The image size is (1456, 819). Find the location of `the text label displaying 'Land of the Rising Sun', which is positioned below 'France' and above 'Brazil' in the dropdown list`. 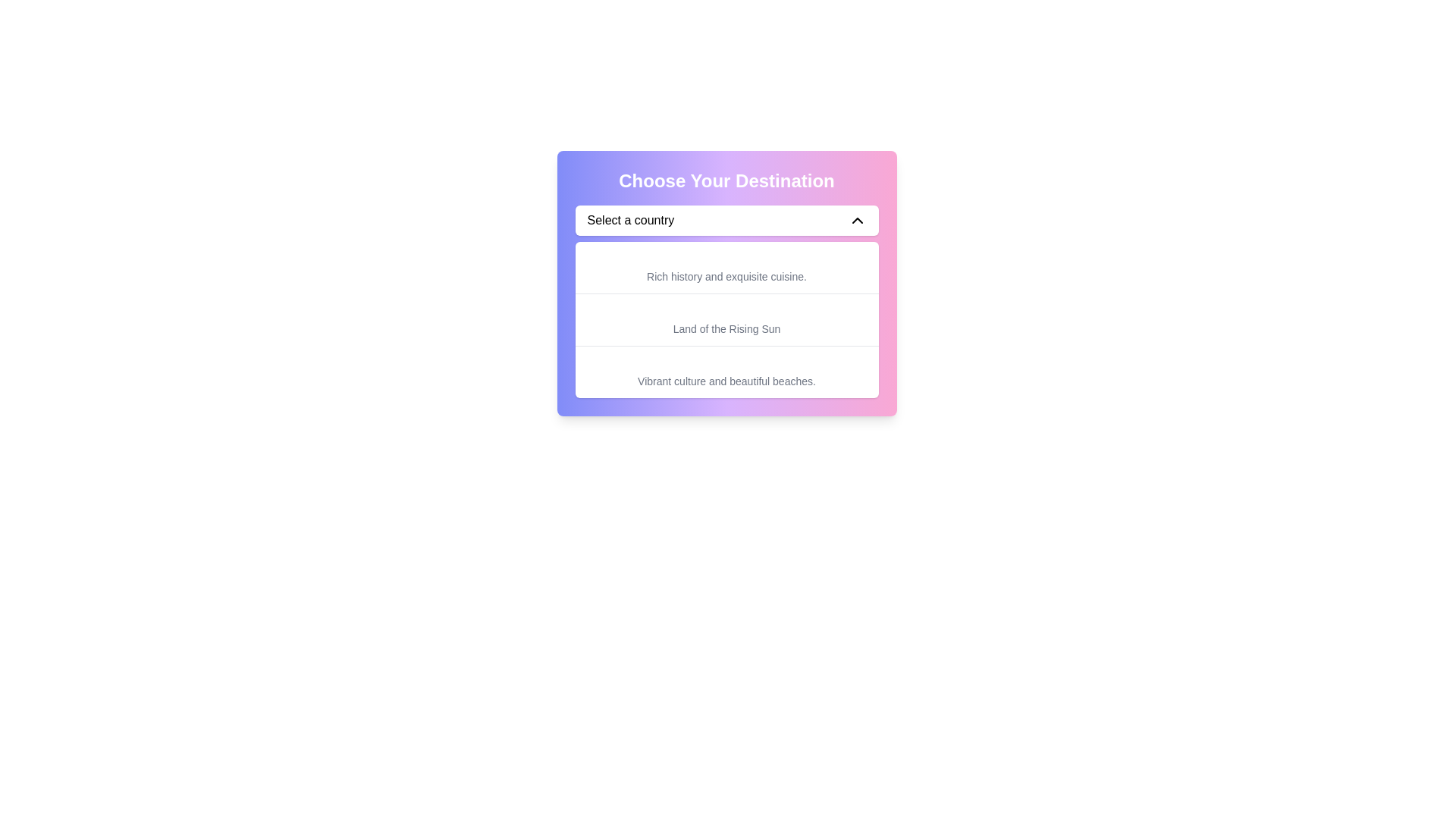

the text label displaying 'Land of the Rising Sun', which is positioned below 'France' and above 'Brazil' in the dropdown list is located at coordinates (726, 318).